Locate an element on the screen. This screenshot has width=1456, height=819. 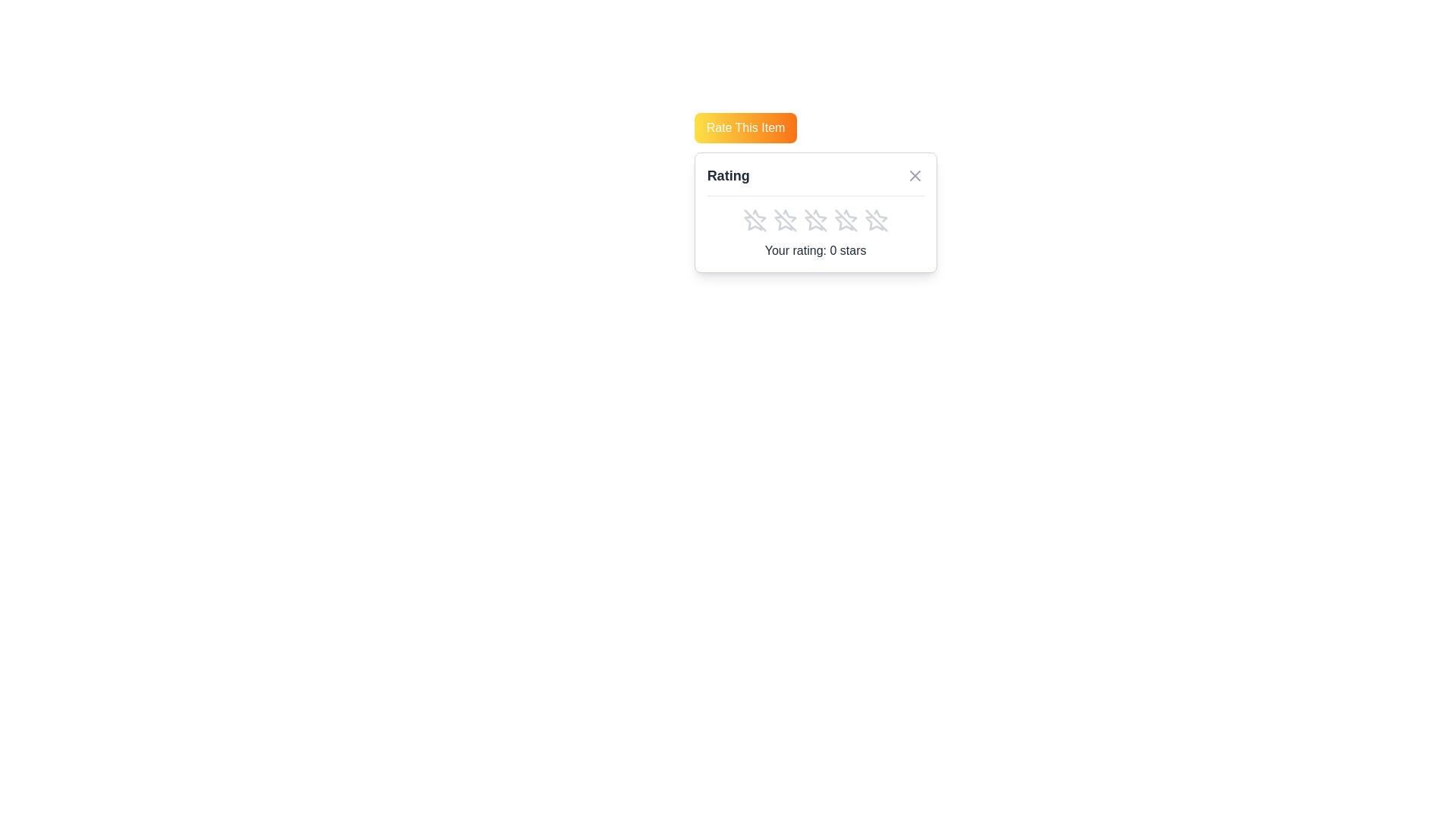
properties of the third star segment in the inactive star icon representing a zero or partial rating in the star rating system is located at coordinates (813, 223).